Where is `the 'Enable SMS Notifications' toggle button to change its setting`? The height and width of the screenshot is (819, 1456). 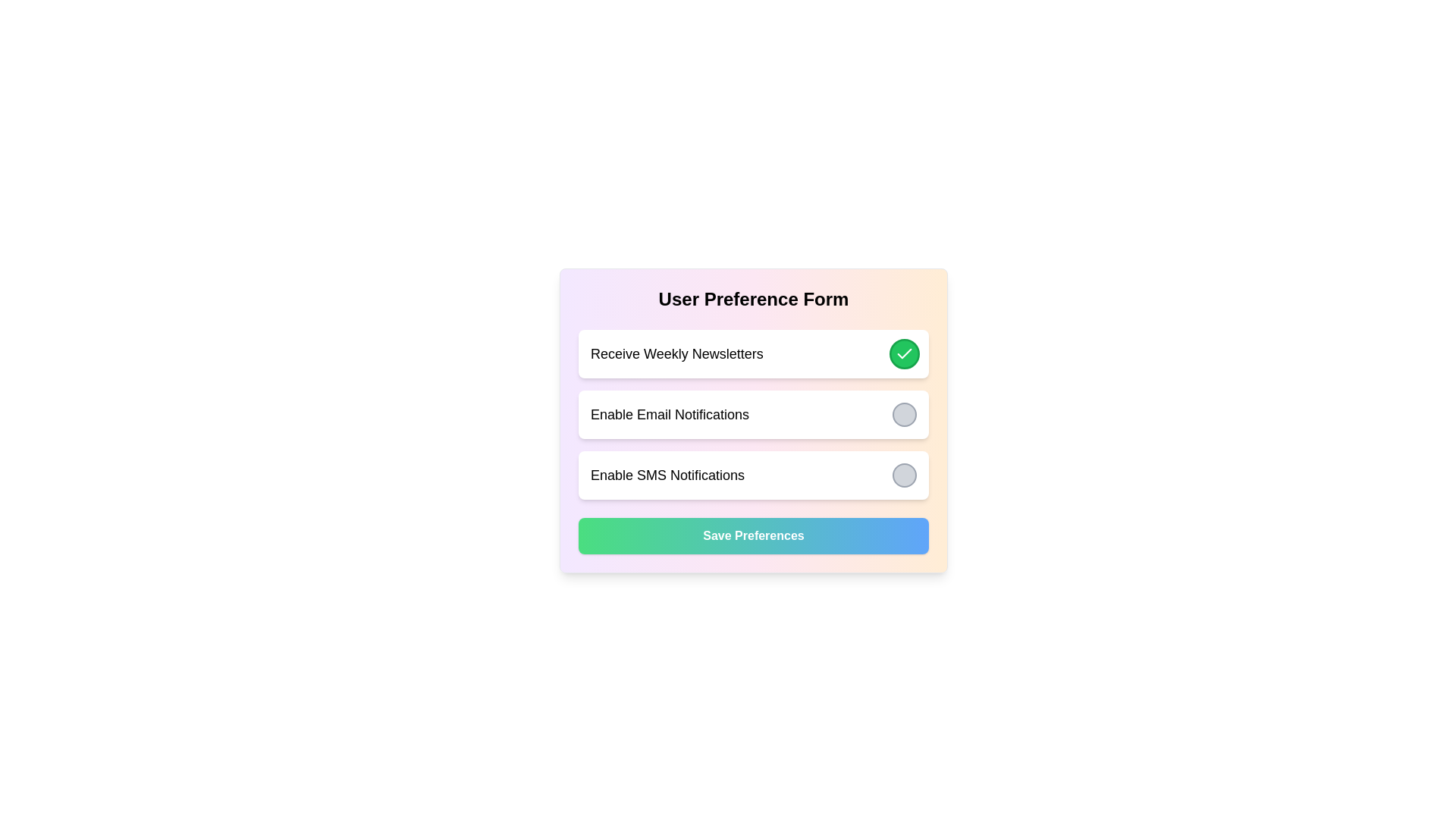 the 'Enable SMS Notifications' toggle button to change its setting is located at coordinates (905, 475).